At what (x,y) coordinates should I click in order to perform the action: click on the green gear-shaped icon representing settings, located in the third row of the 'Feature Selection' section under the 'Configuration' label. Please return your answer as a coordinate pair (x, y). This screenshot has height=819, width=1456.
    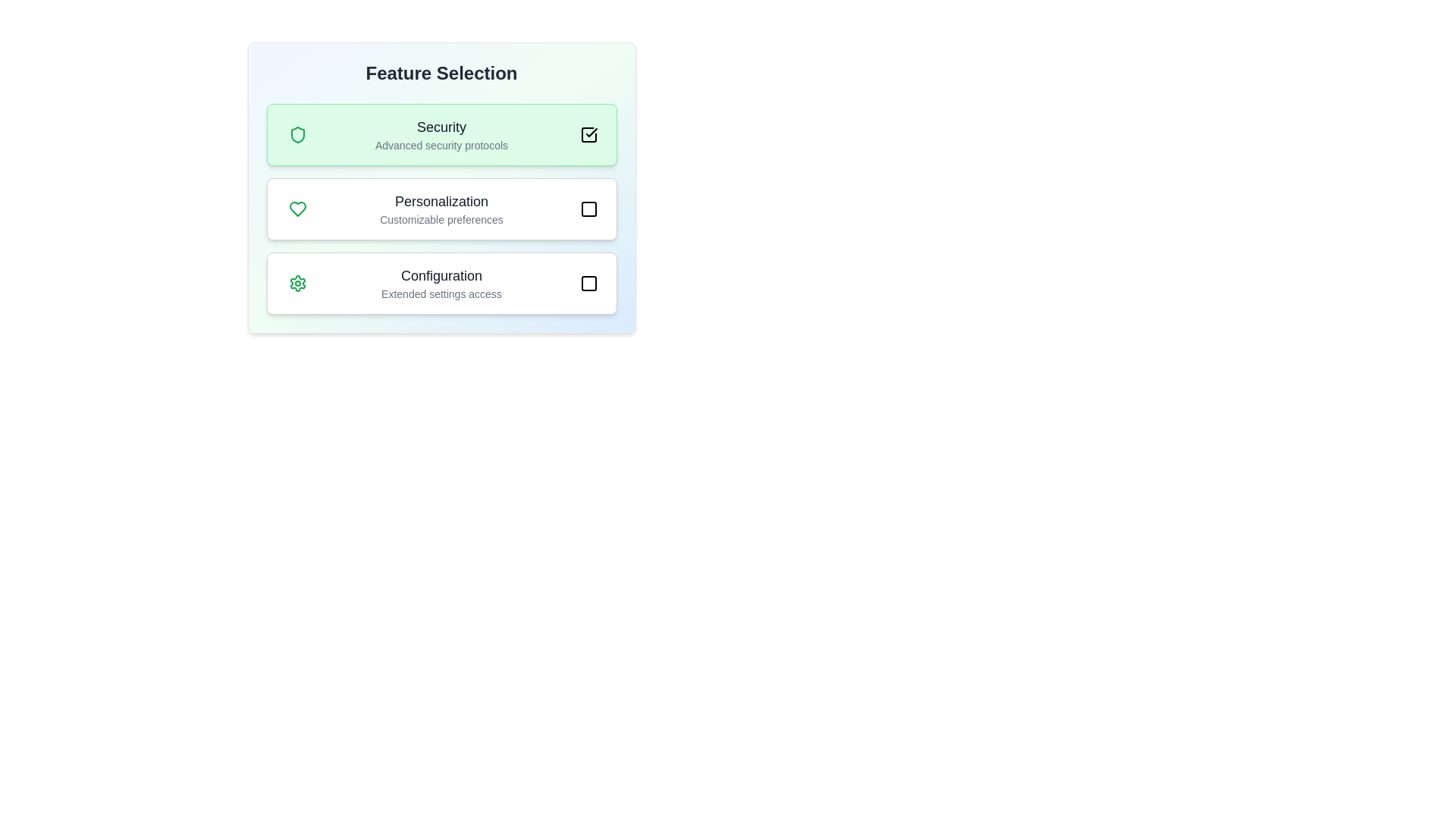
    Looking at the image, I should click on (297, 284).